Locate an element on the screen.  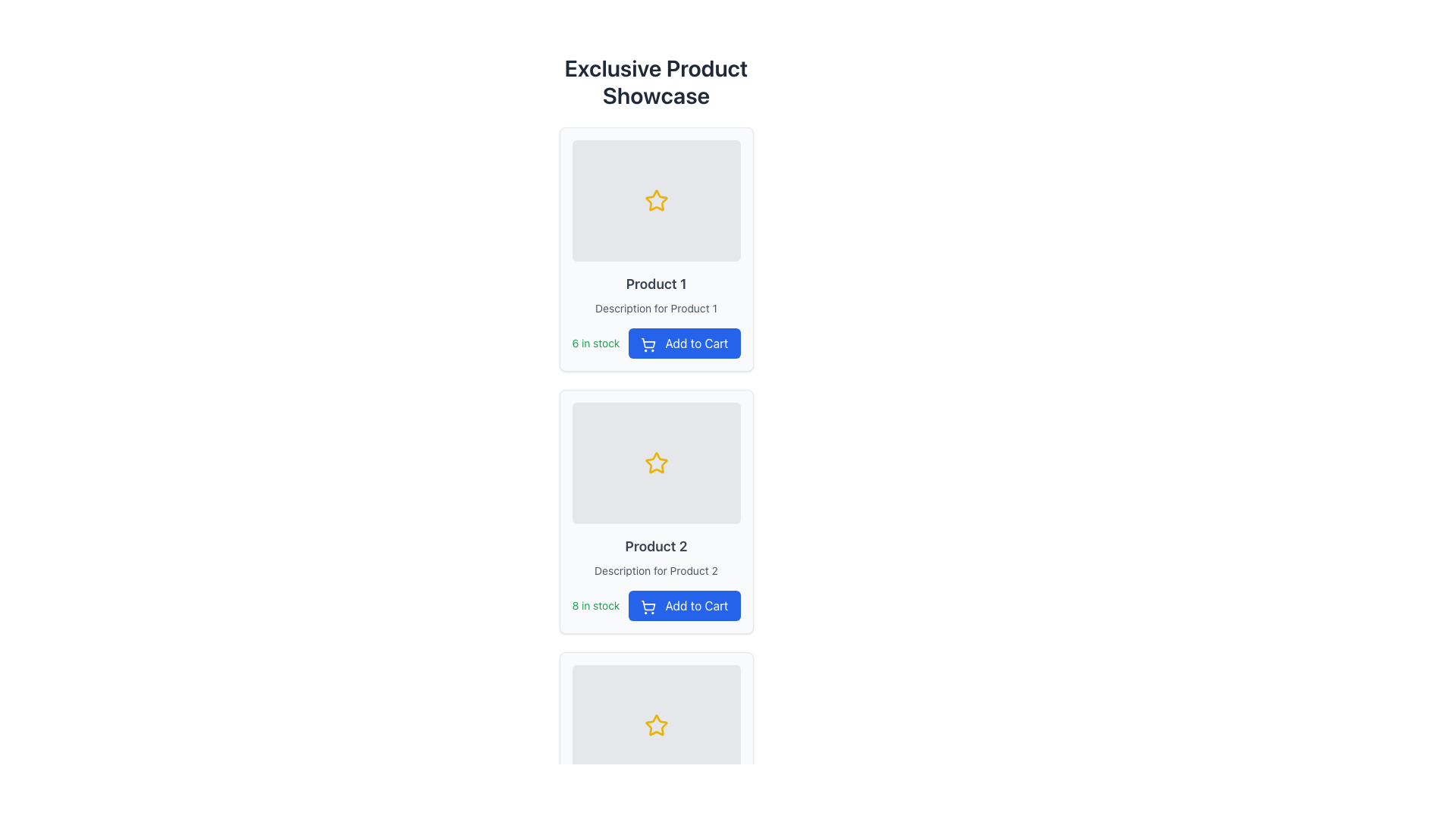
the 'Product 1' text label is located at coordinates (656, 284).